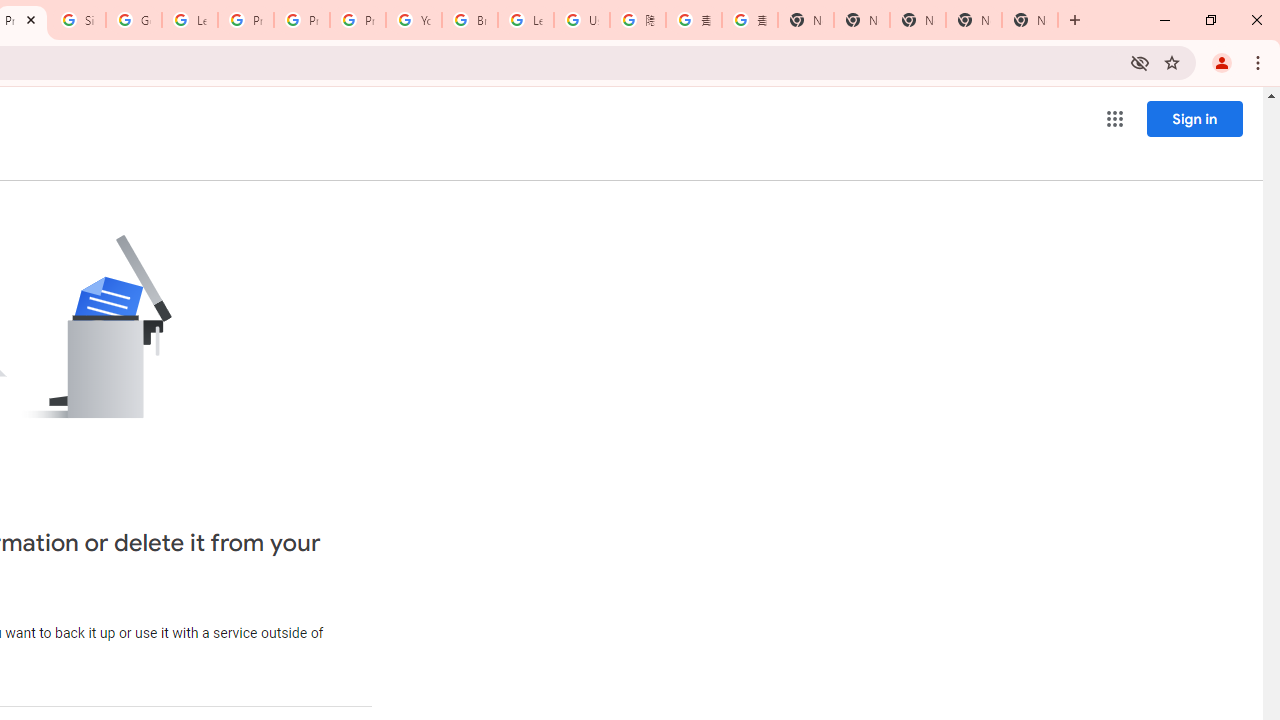 The height and width of the screenshot is (720, 1280). What do you see at coordinates (78, 20) in the screenshot?
I see `'Sign in - Google Accounts'` at bounding box center [78, 20].